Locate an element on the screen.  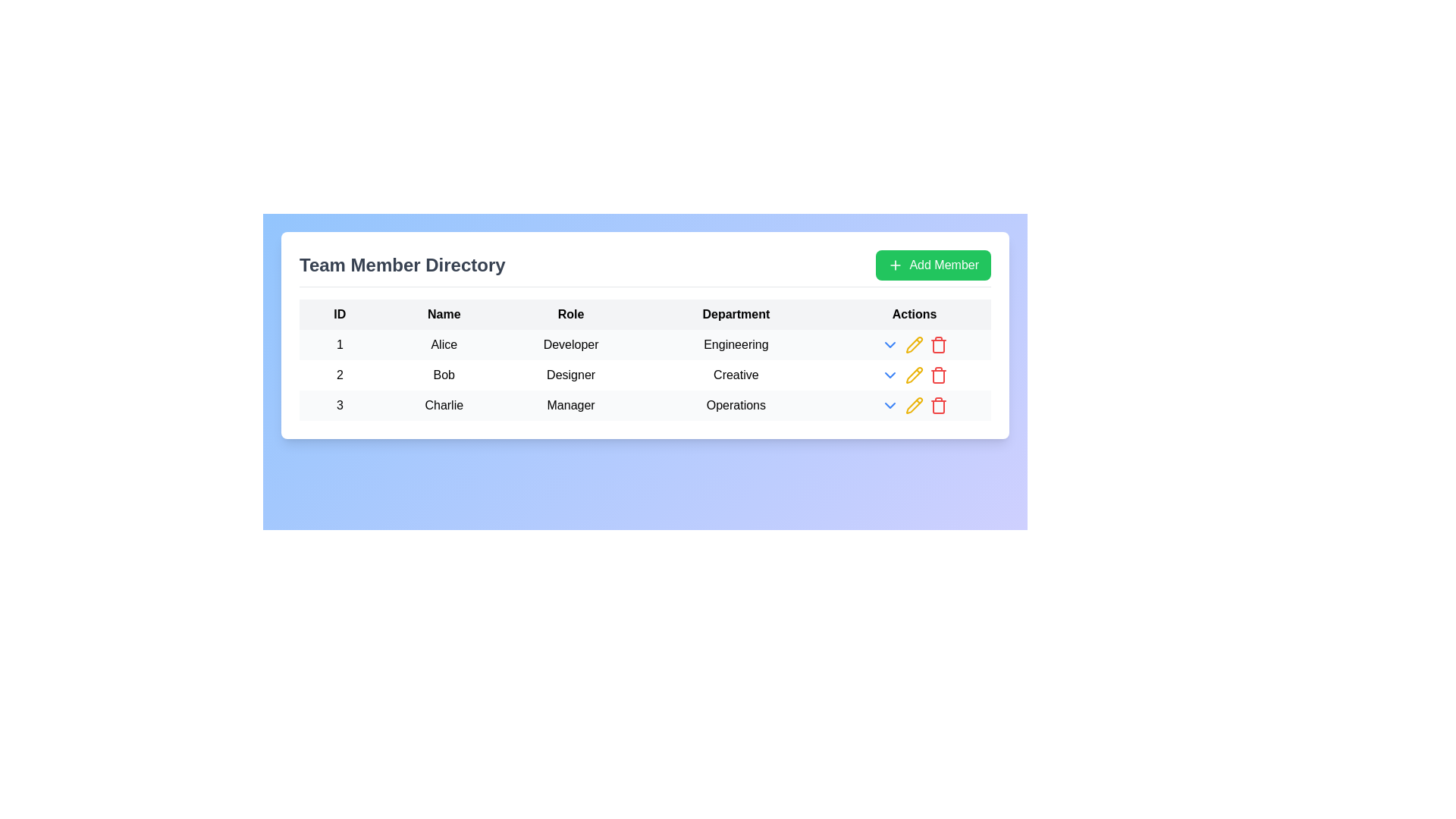
the bold, black number '1' in the 'ID' column of the table, which is aligned with the row containing 'Alice', 'Developer', and 'Engineering' is located at coordinates (339, 345).